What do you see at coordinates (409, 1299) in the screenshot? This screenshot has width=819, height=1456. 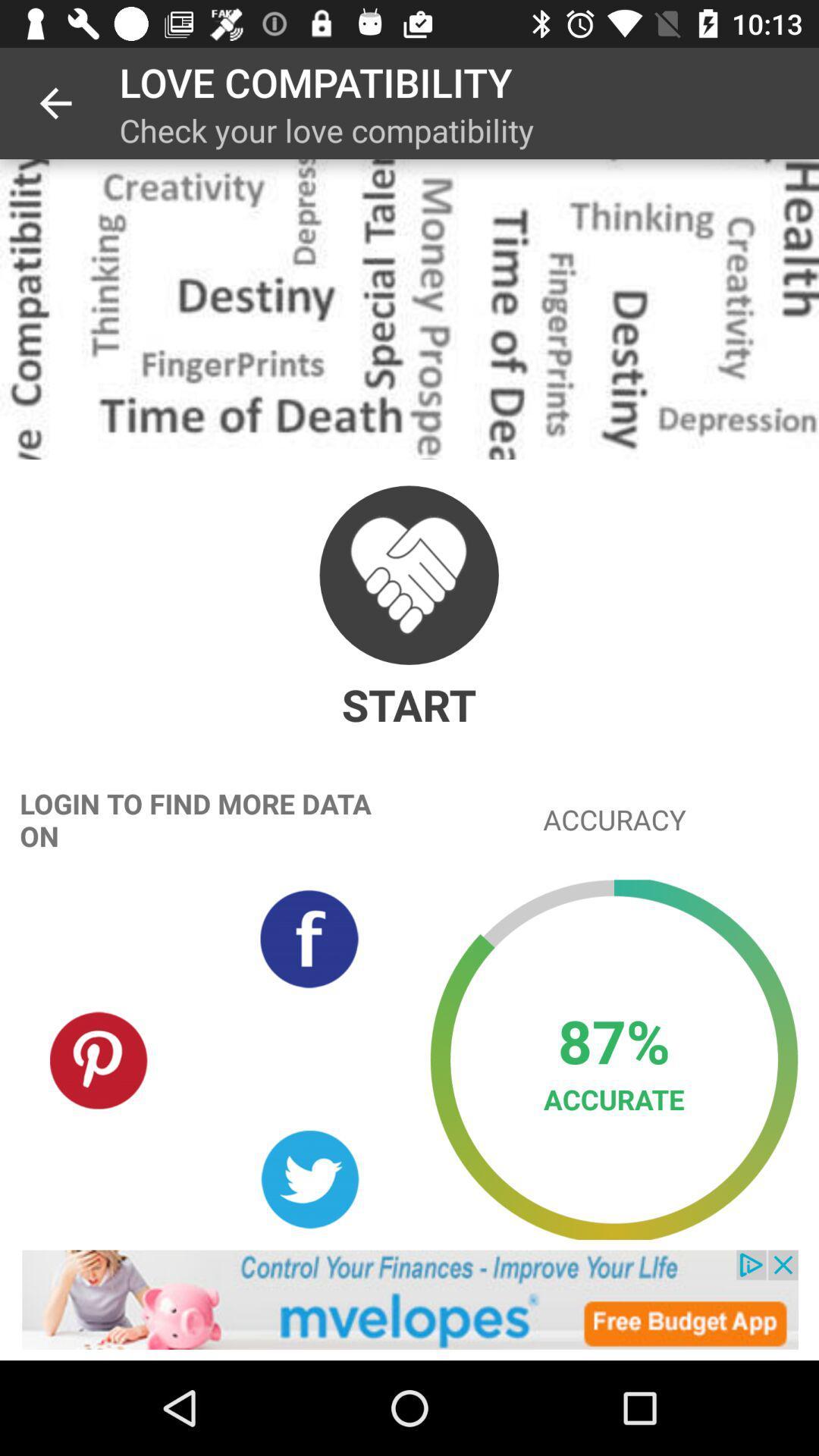 I see `advertisements image` at bounding box center [409, 1299].